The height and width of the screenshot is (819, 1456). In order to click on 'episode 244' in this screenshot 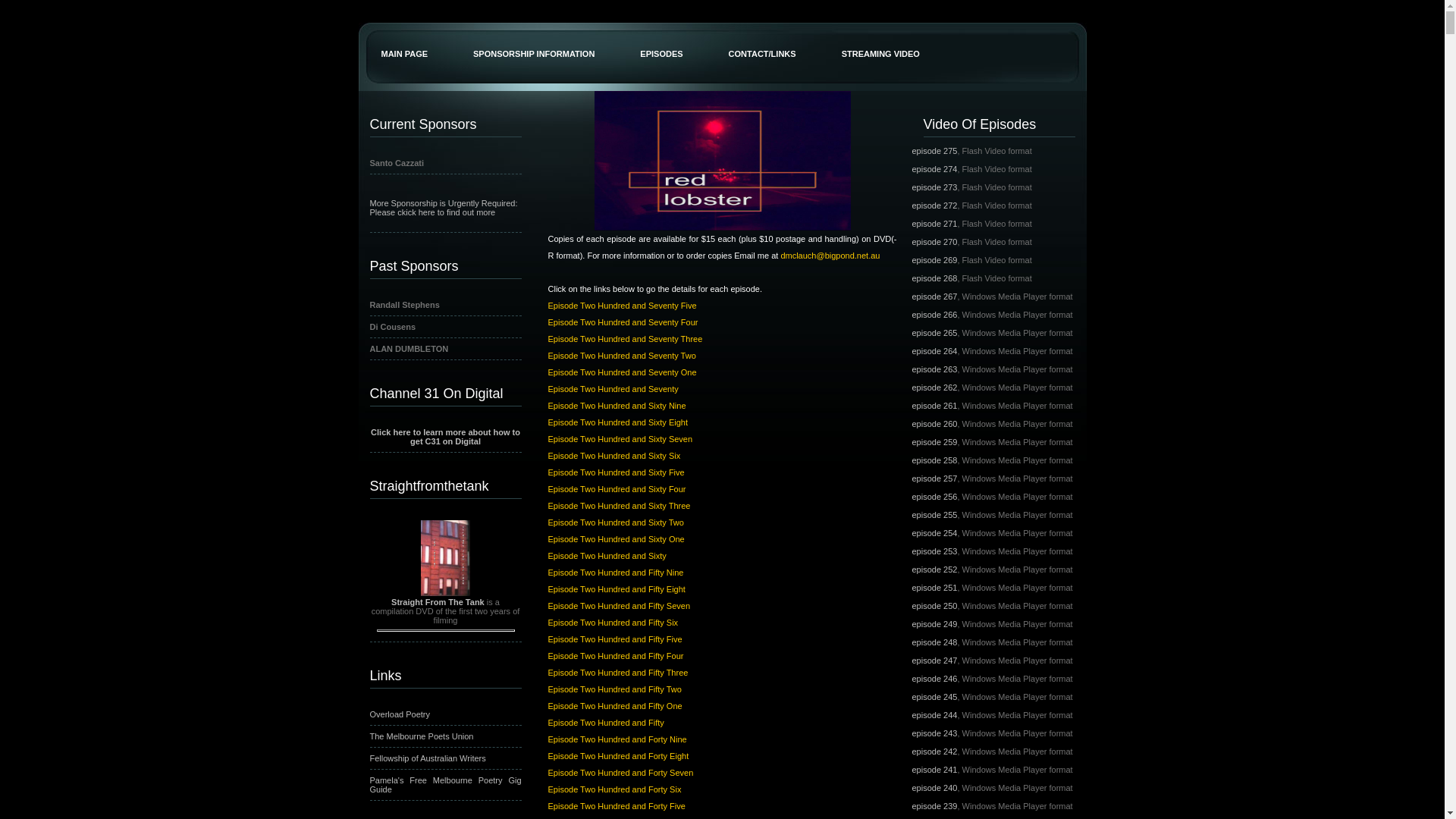, I will do `click(934, 714)`.